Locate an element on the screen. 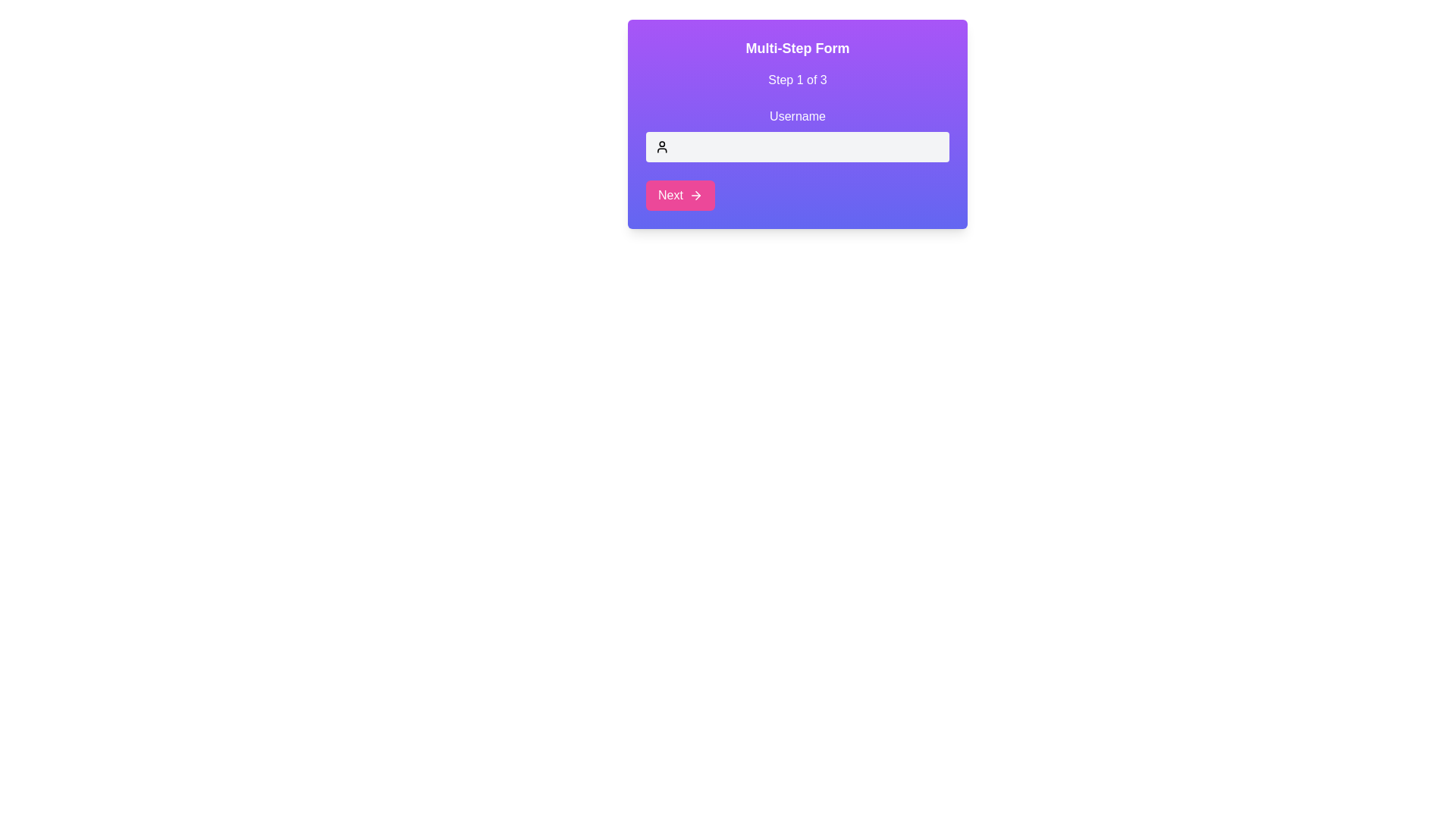  the label located in the bottom-left section of the button, which indicates the next step in a multi-step process is located at coordinates (670, 195).